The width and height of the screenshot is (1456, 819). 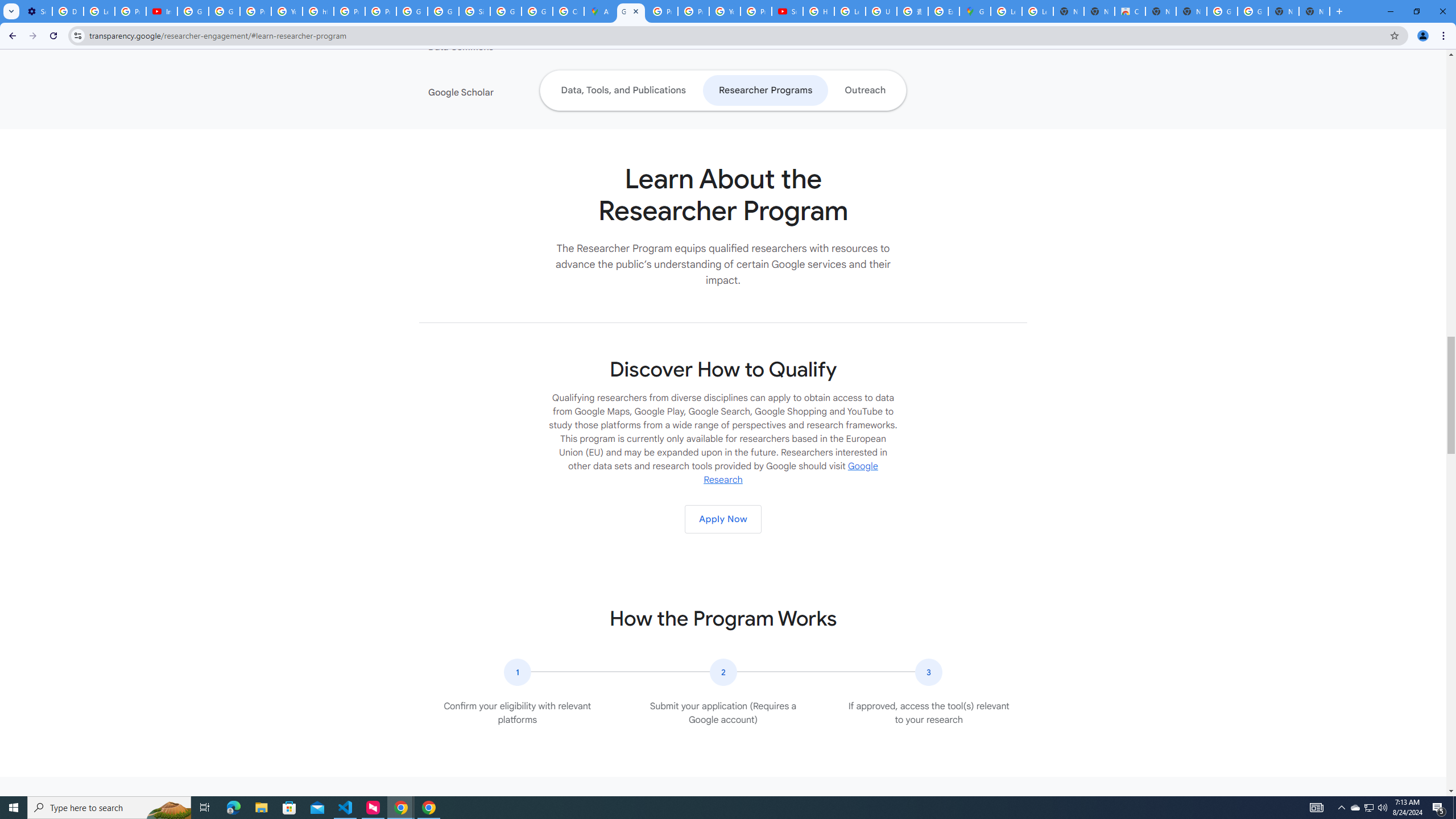 I want to click on 'Outreach', so click(x=864, y=90).